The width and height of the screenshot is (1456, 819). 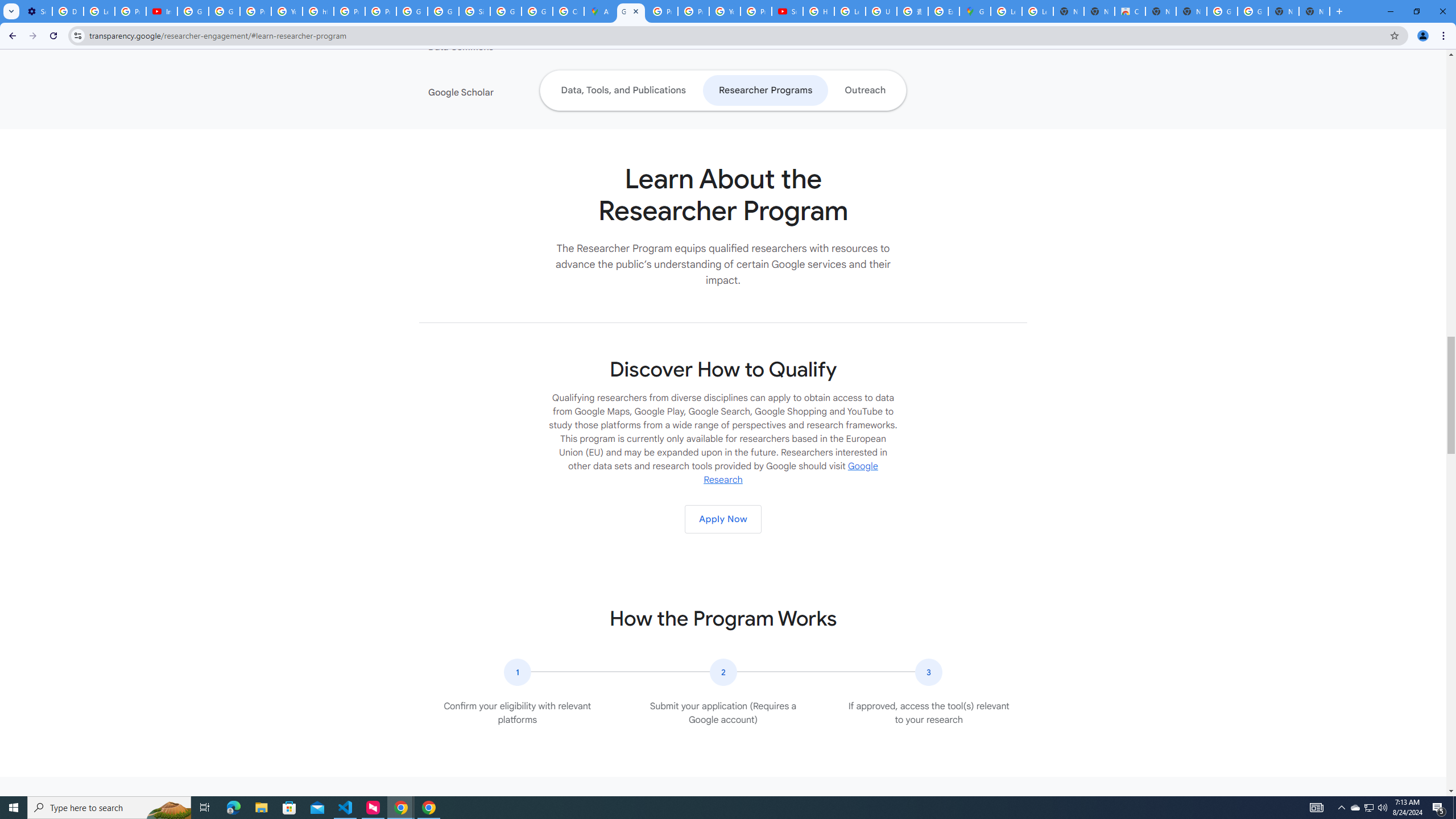 I want to click on 'Outreach', so click(x=864, y=90).